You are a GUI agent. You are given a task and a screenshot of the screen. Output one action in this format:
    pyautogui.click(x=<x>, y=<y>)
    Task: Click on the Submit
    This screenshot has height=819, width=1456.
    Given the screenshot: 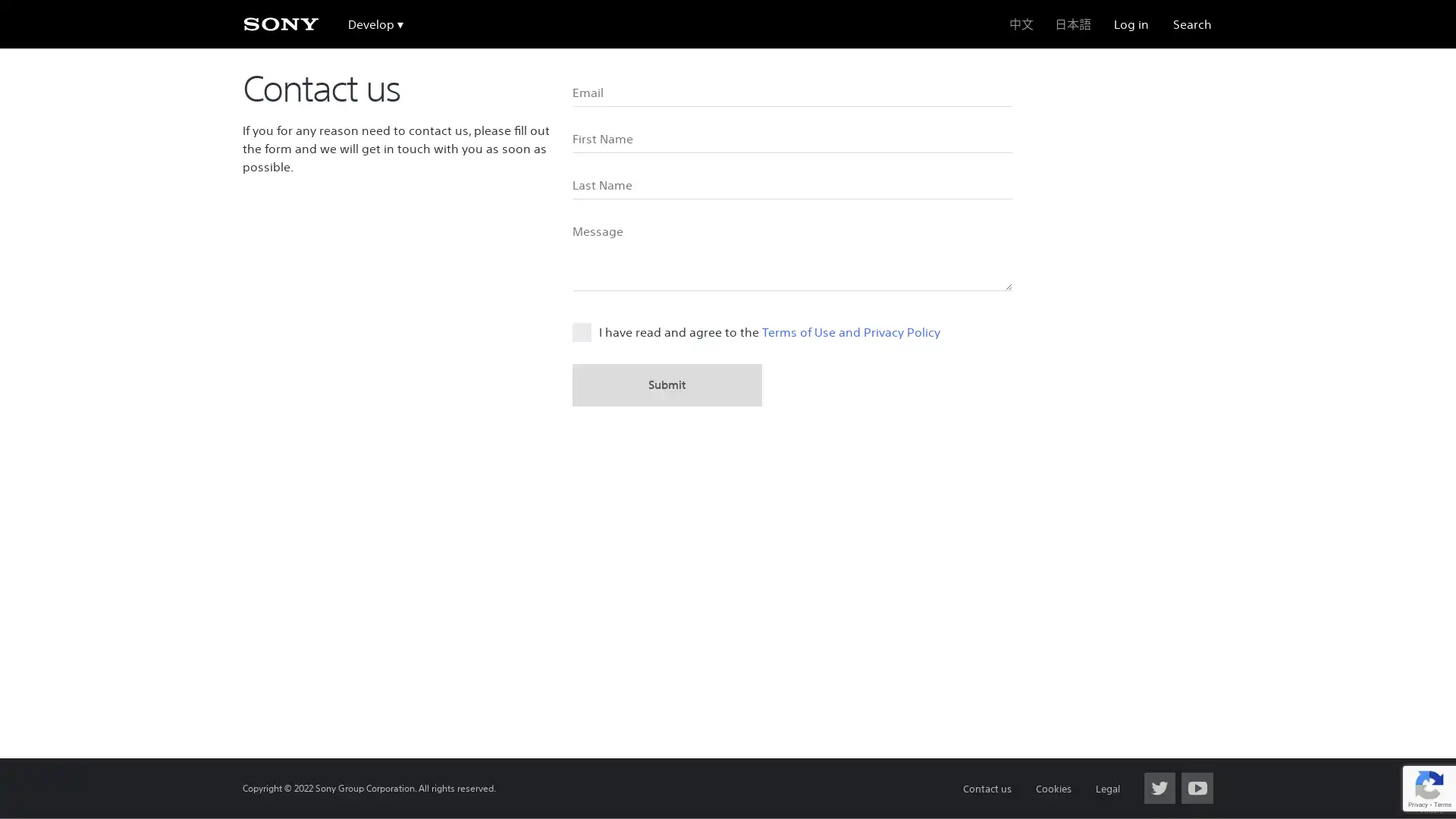 What is the action you would take?
    pyautogui.click(x=666, y=384)
    